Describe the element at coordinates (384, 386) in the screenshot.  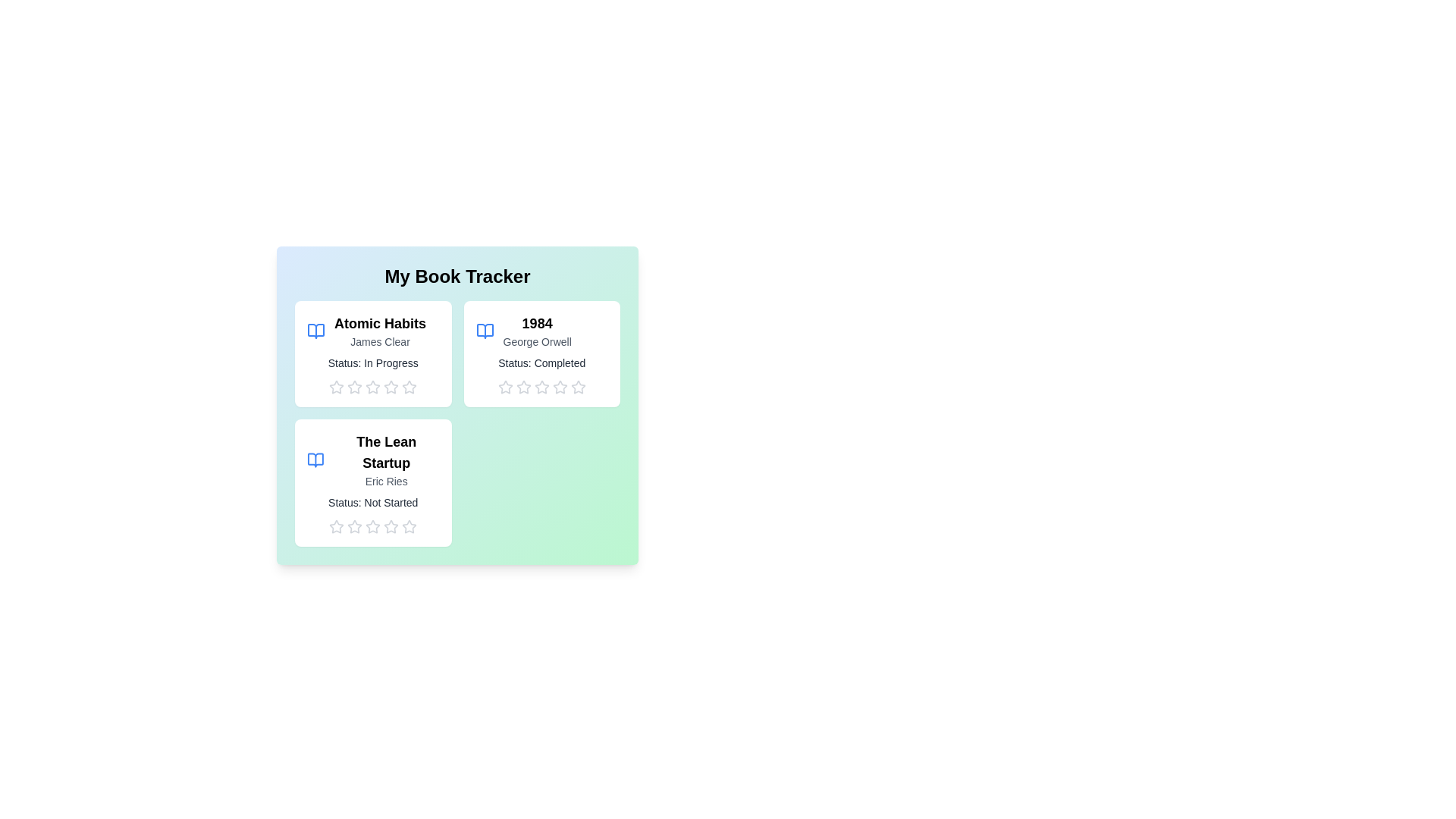
I see `the rating for a book to 4 stars` at that location.